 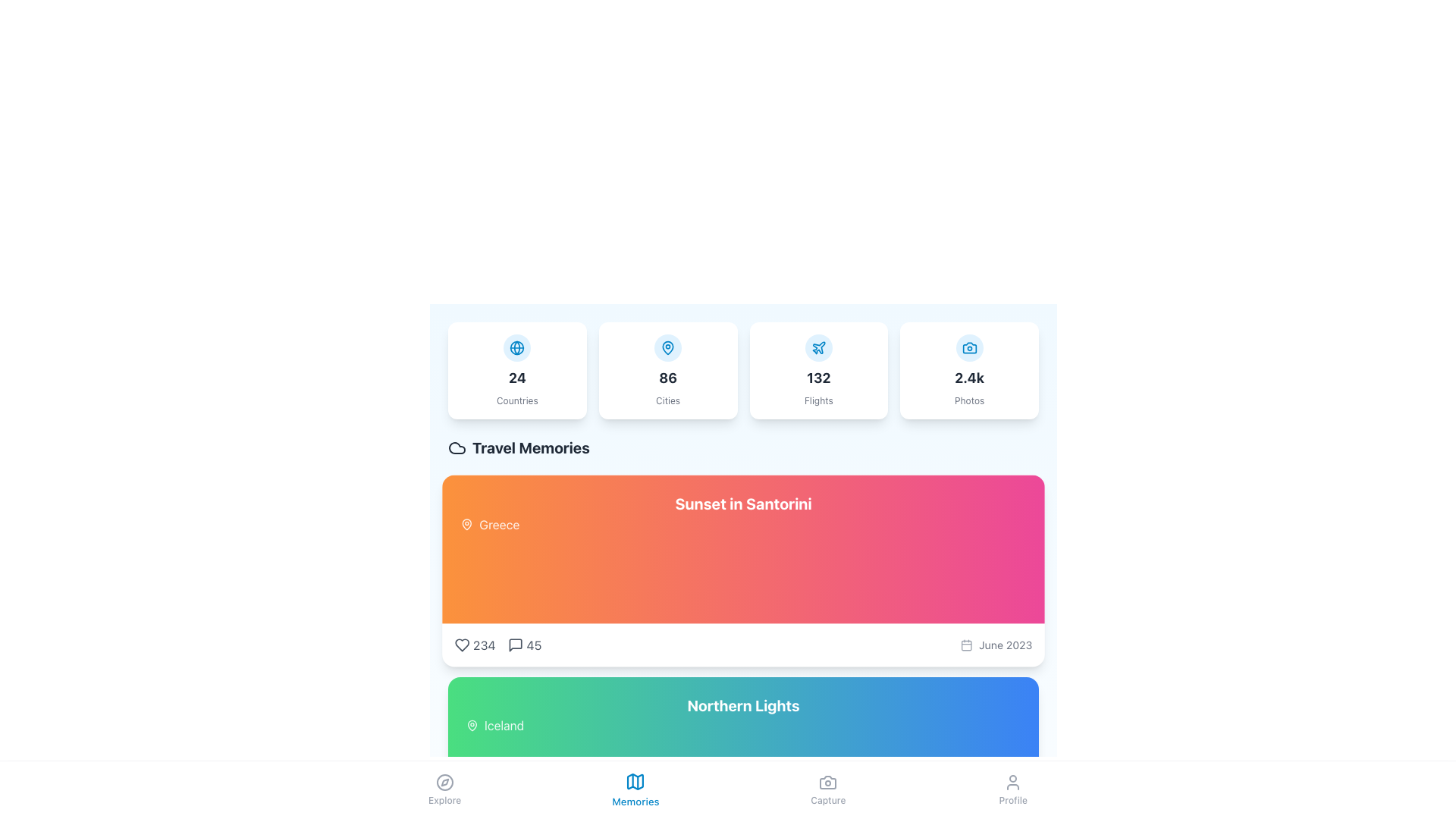 What do you see at coordinates (517, 348) in the screenshot?
I see `the globe icon representing the 'Countries' statistic` at bounding box center [517, 348].